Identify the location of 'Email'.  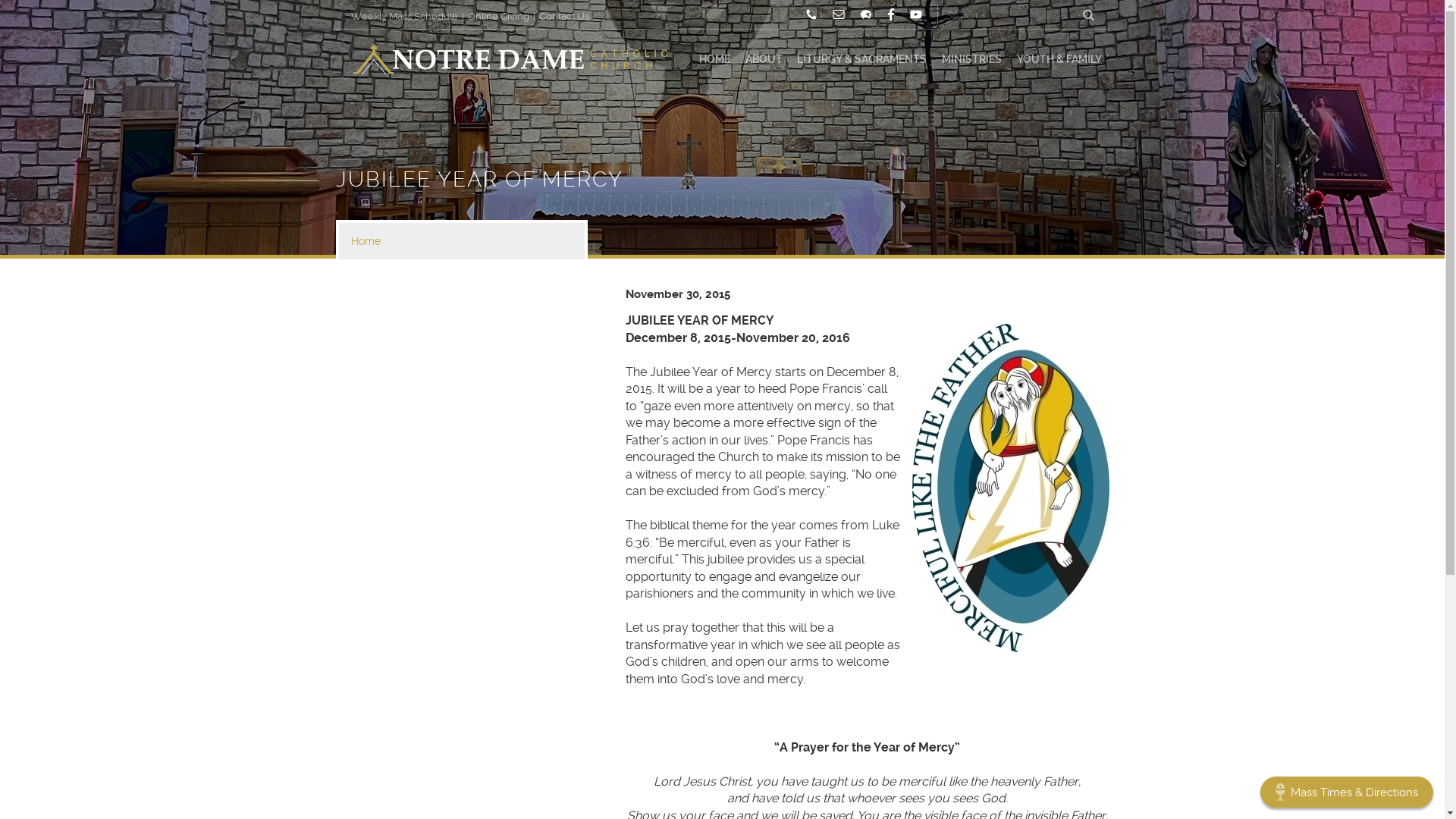
(837, 14).